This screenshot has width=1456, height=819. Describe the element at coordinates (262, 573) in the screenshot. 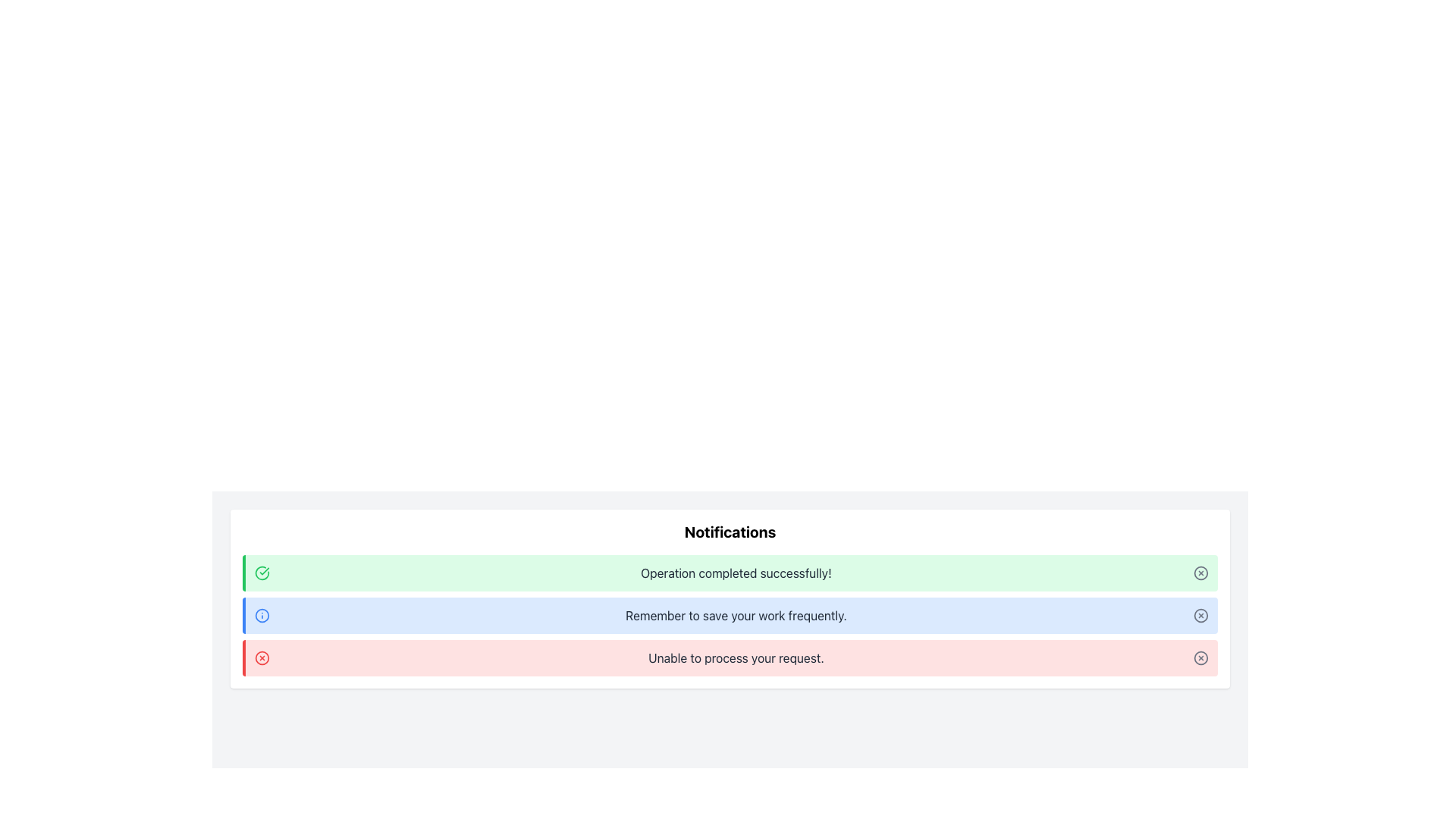

I see `the leftmost circular outline icon with a green checkmark within the success notification bar at the top of the notifications` at that location.